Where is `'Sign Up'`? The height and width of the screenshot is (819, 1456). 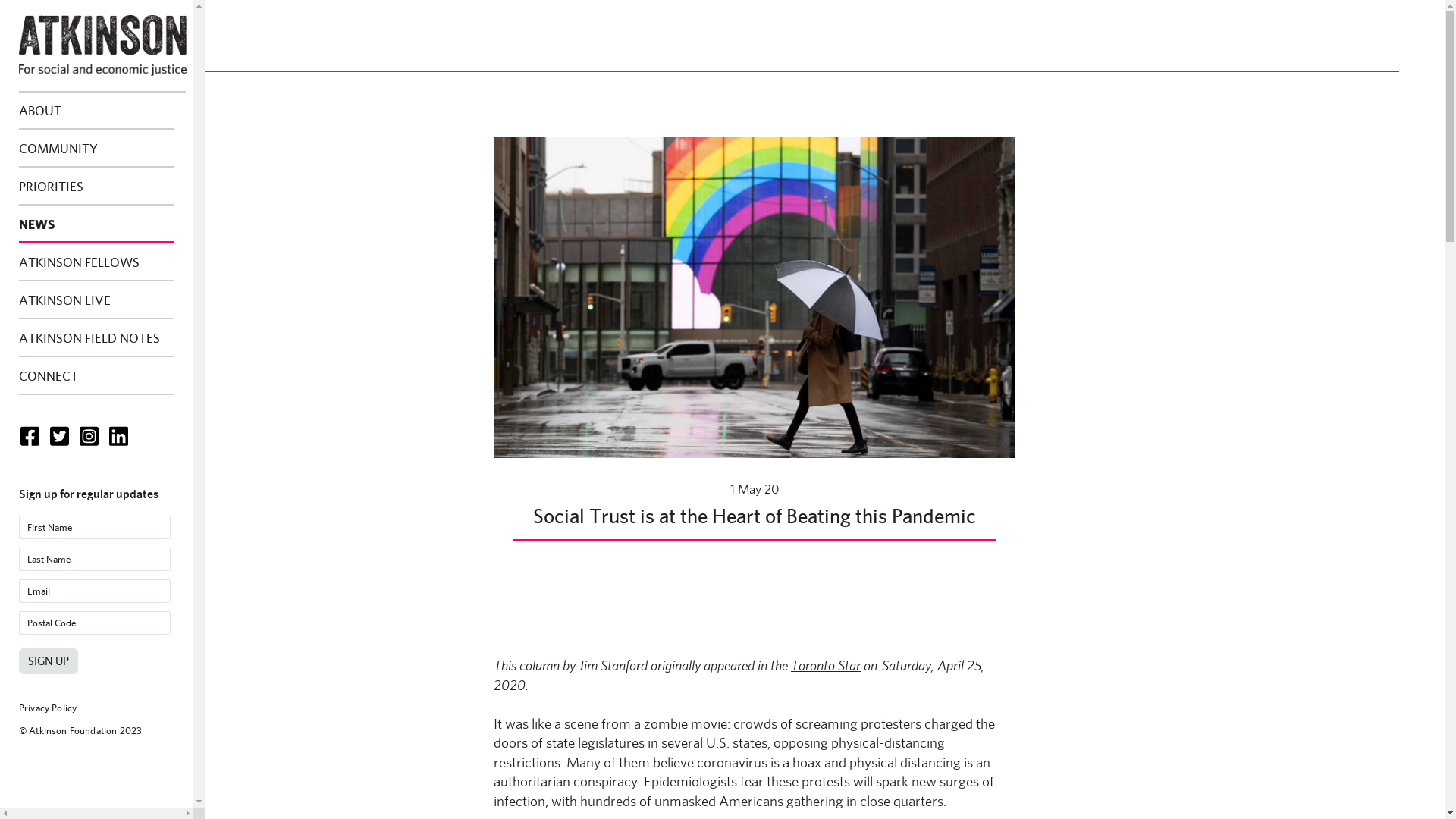
'Sign Up' is located at coordinates (48, 660).